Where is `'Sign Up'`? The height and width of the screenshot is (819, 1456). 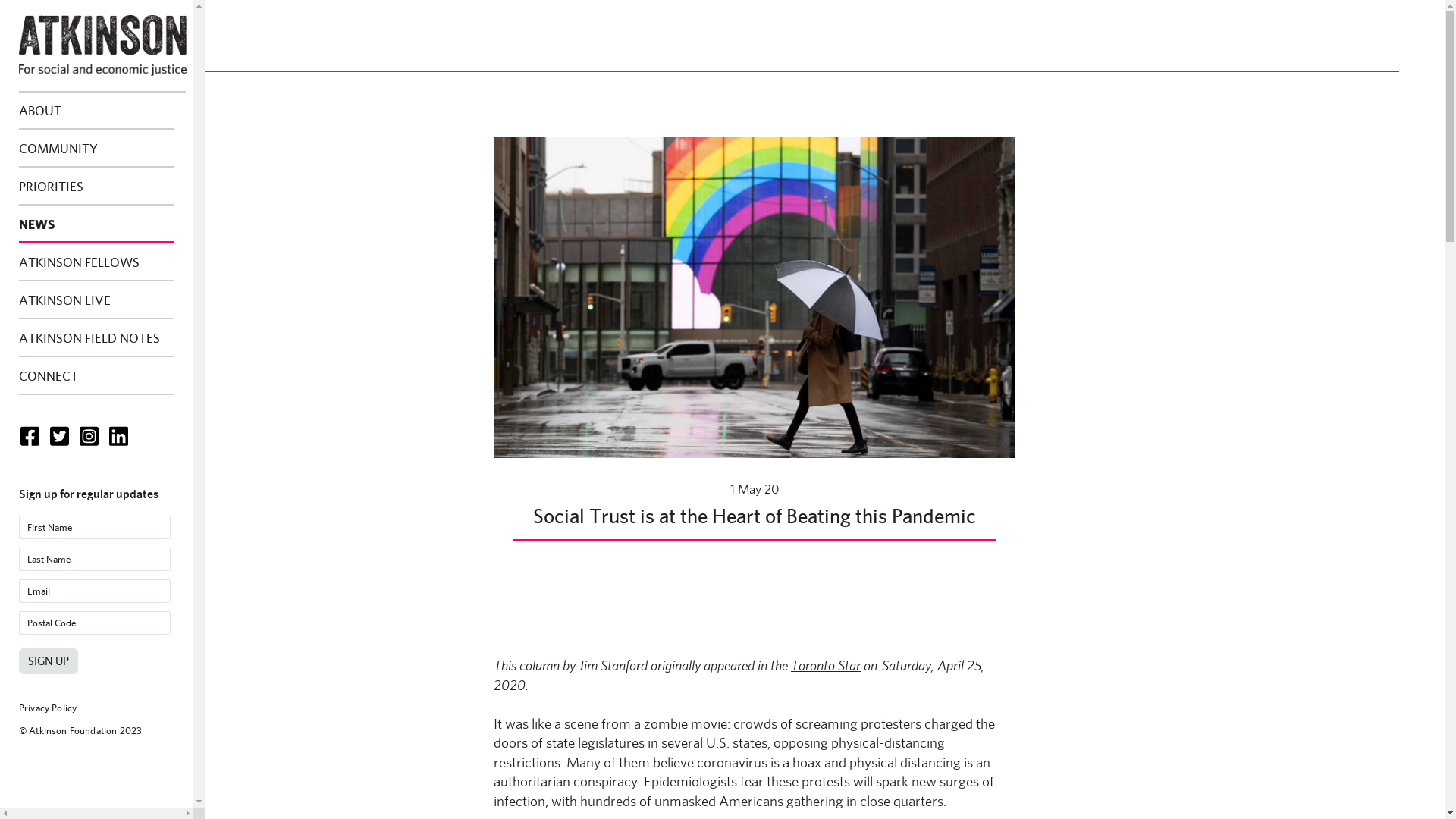
'Sign Up' is located at coordinates (48, 660).